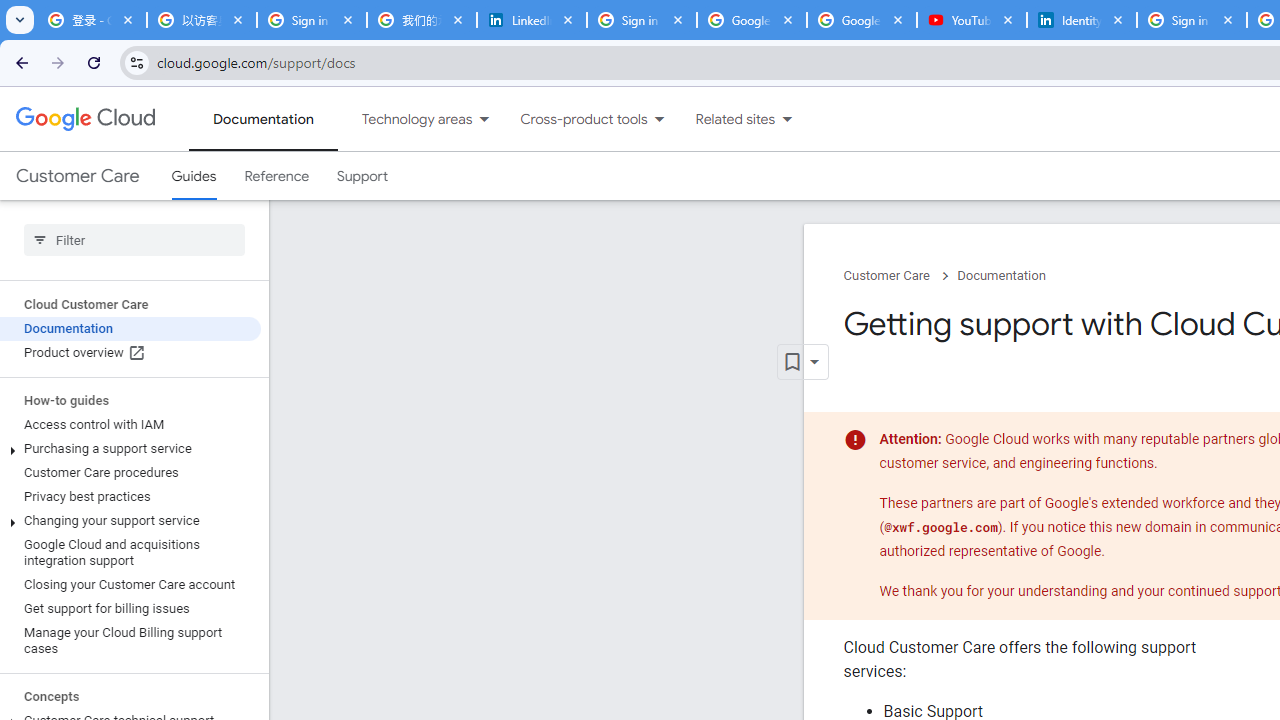  Describe the element at coordinates (571, 119) in the screenshot. I see `'Cross-product tools'` at that location.